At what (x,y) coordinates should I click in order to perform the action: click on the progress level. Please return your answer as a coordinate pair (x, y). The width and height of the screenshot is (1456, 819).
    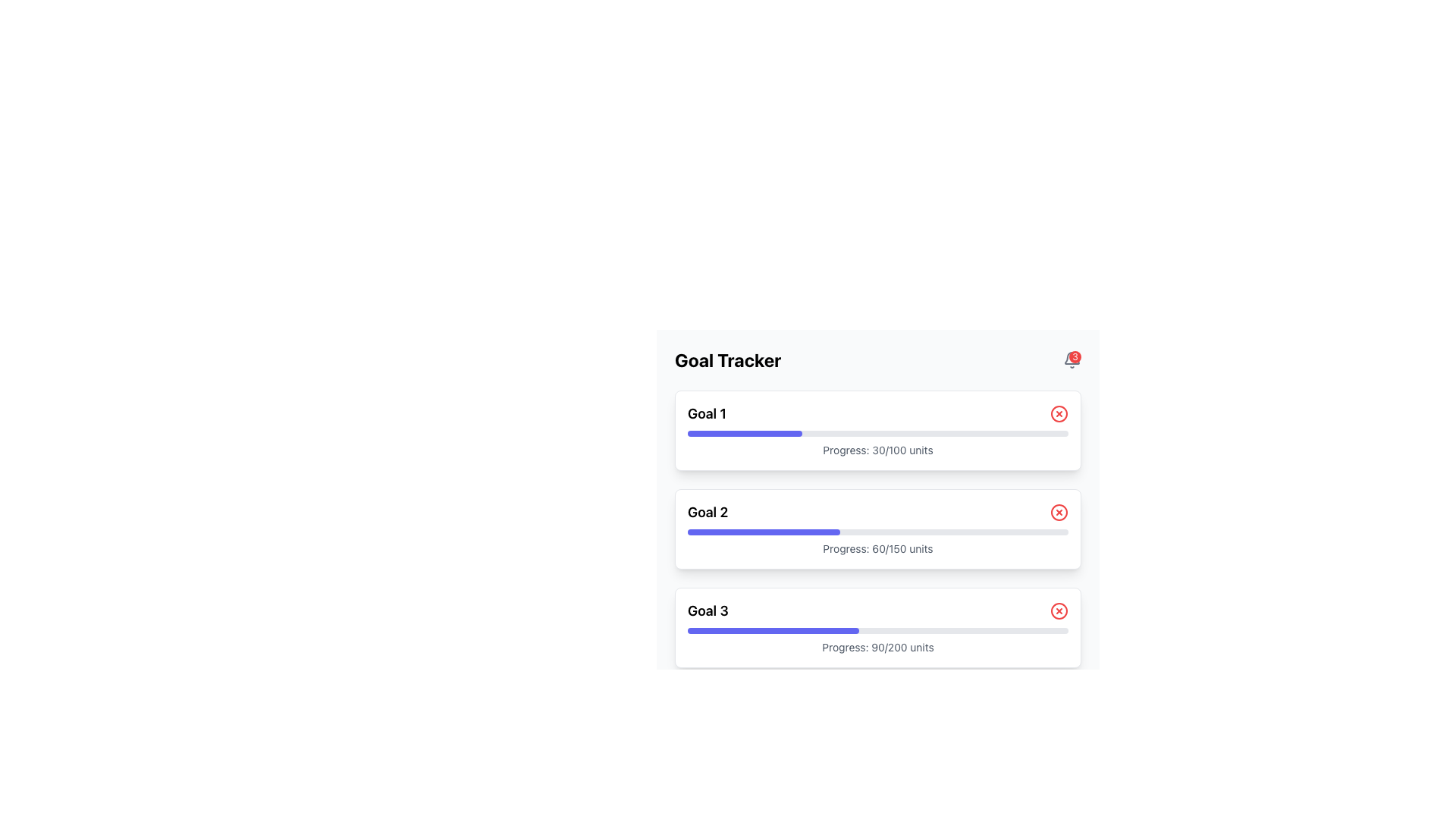
    Looking at the image, I should click on (823, 532).